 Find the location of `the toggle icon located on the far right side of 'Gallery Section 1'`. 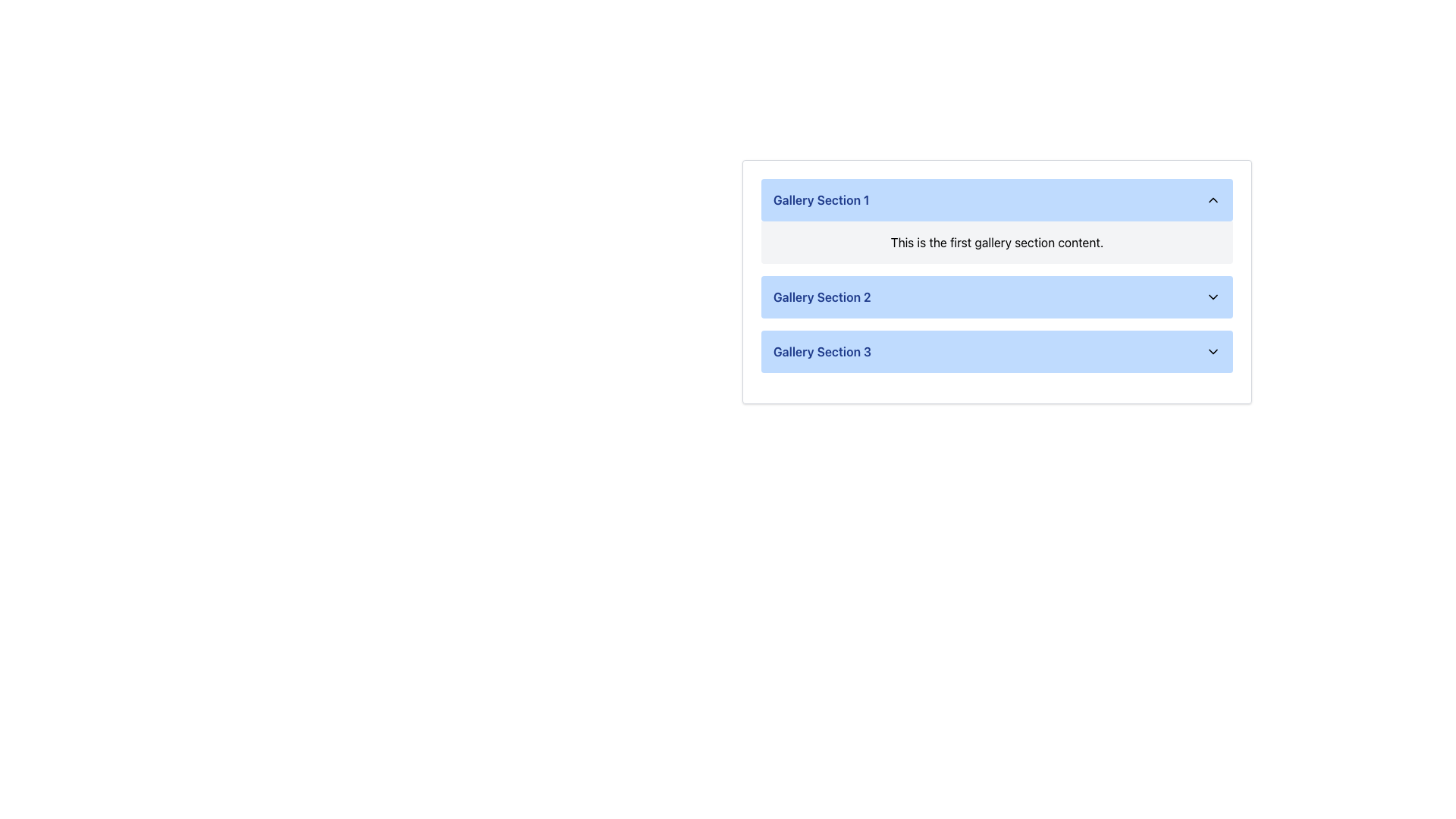

the toggle icon located on the far right side of 'Gallery Section 1' is located at coordinates (1212, 199).